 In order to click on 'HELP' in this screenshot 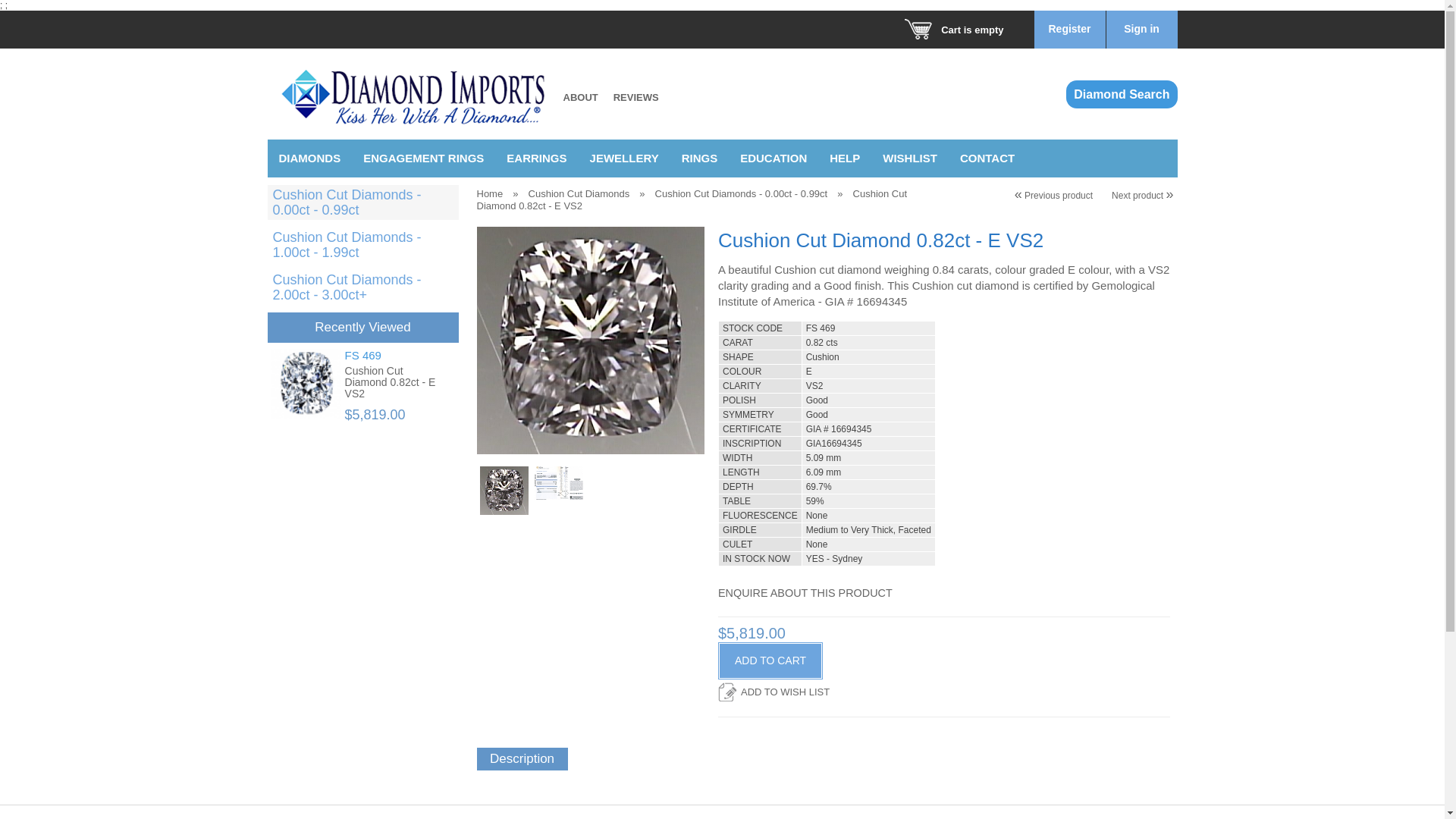, I will do `click(843, 158)`.